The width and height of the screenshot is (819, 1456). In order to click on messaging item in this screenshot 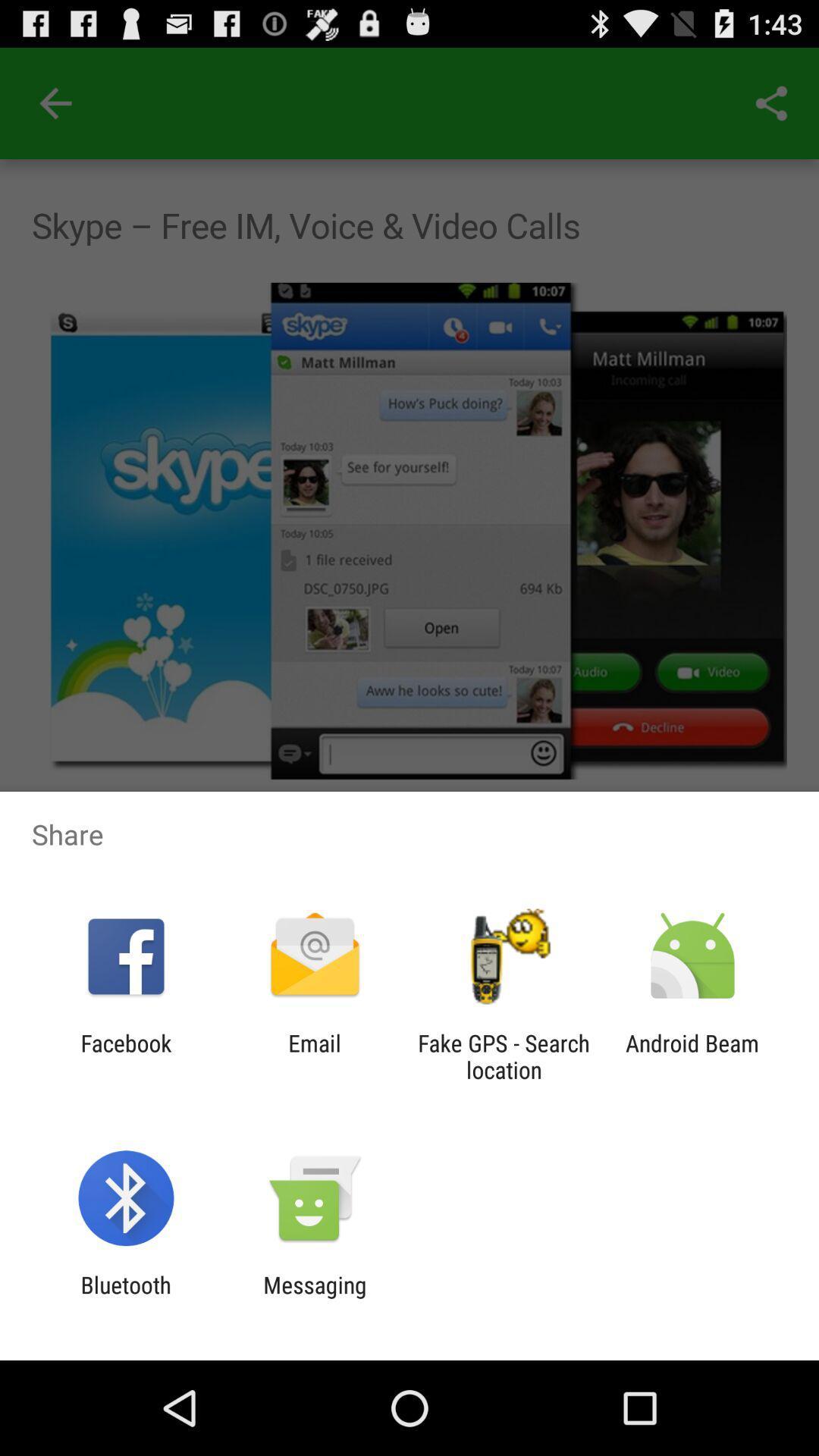, I will do `click(314, 1298)`.